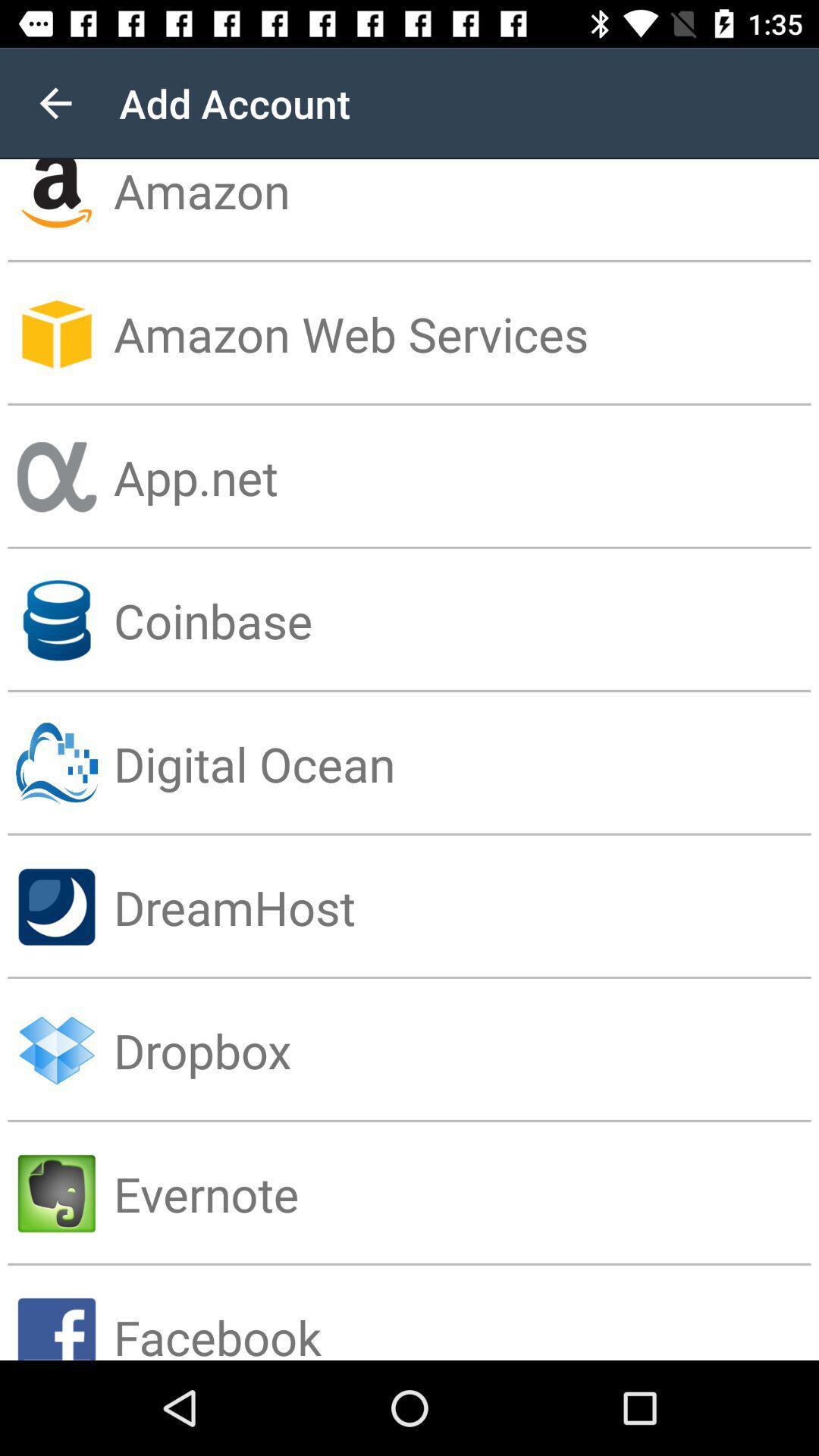 Image resolution: width=819 pixels, height=1456 pixels. What do you see at coordinates (465, 764) in the screenshot?
I see `item above the dreamhost` at bounding box center [465, 764].